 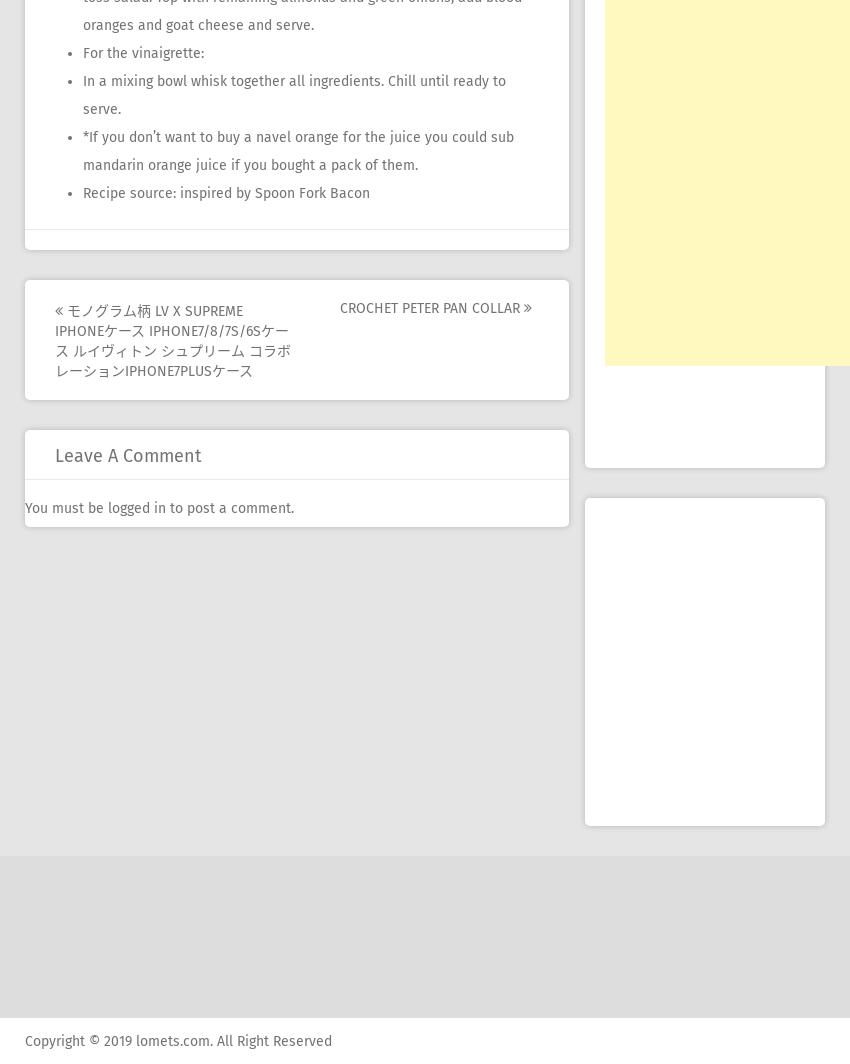 What do you see at coordinates (293, 95) in the screenshot?
I see `'In a mixing bowl whisk together all ingredients. Chill until ready to serve.'` at bounding box center [293, 95].